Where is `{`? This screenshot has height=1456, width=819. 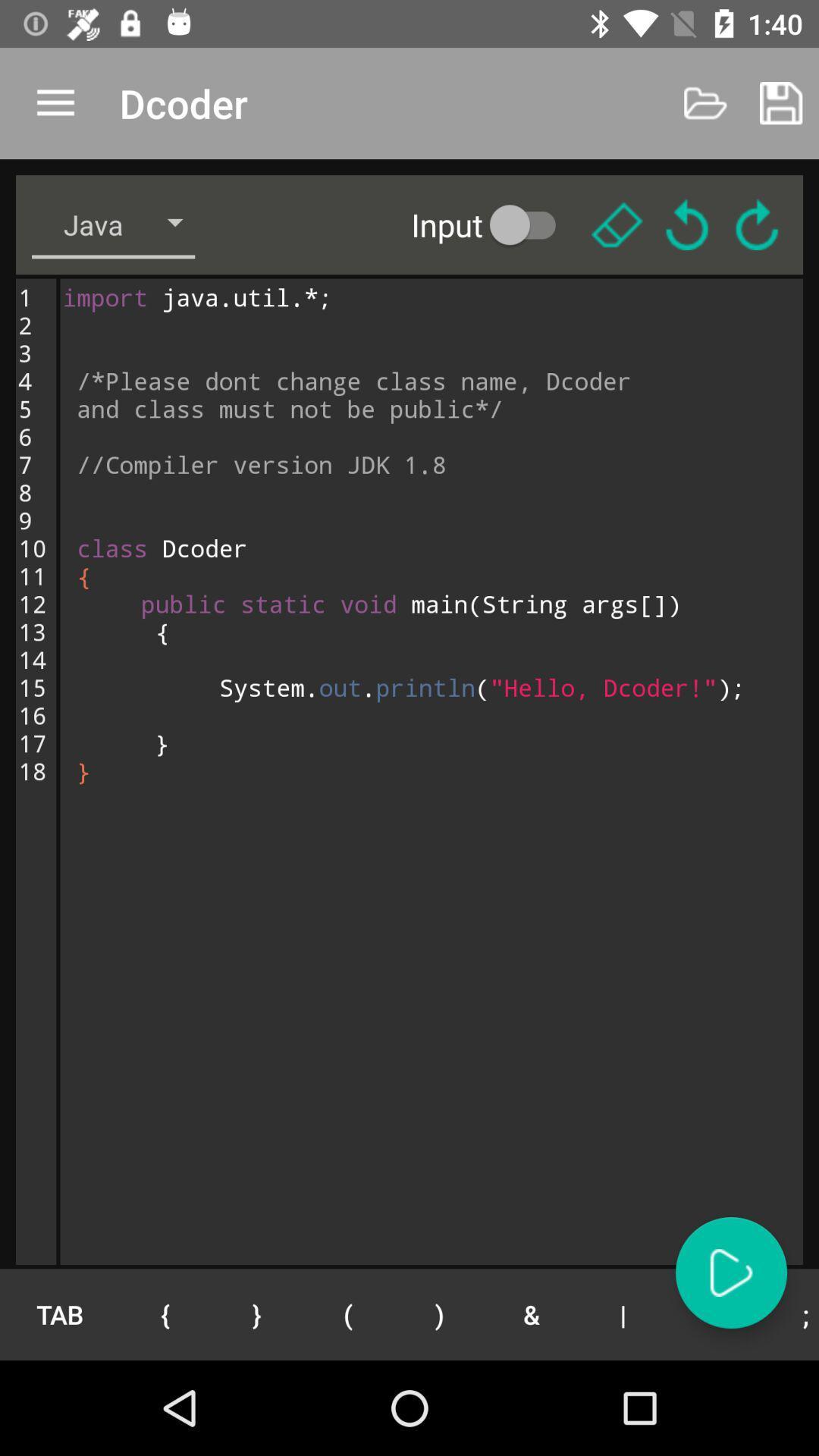
{ is located at coordinates (165, 1313).